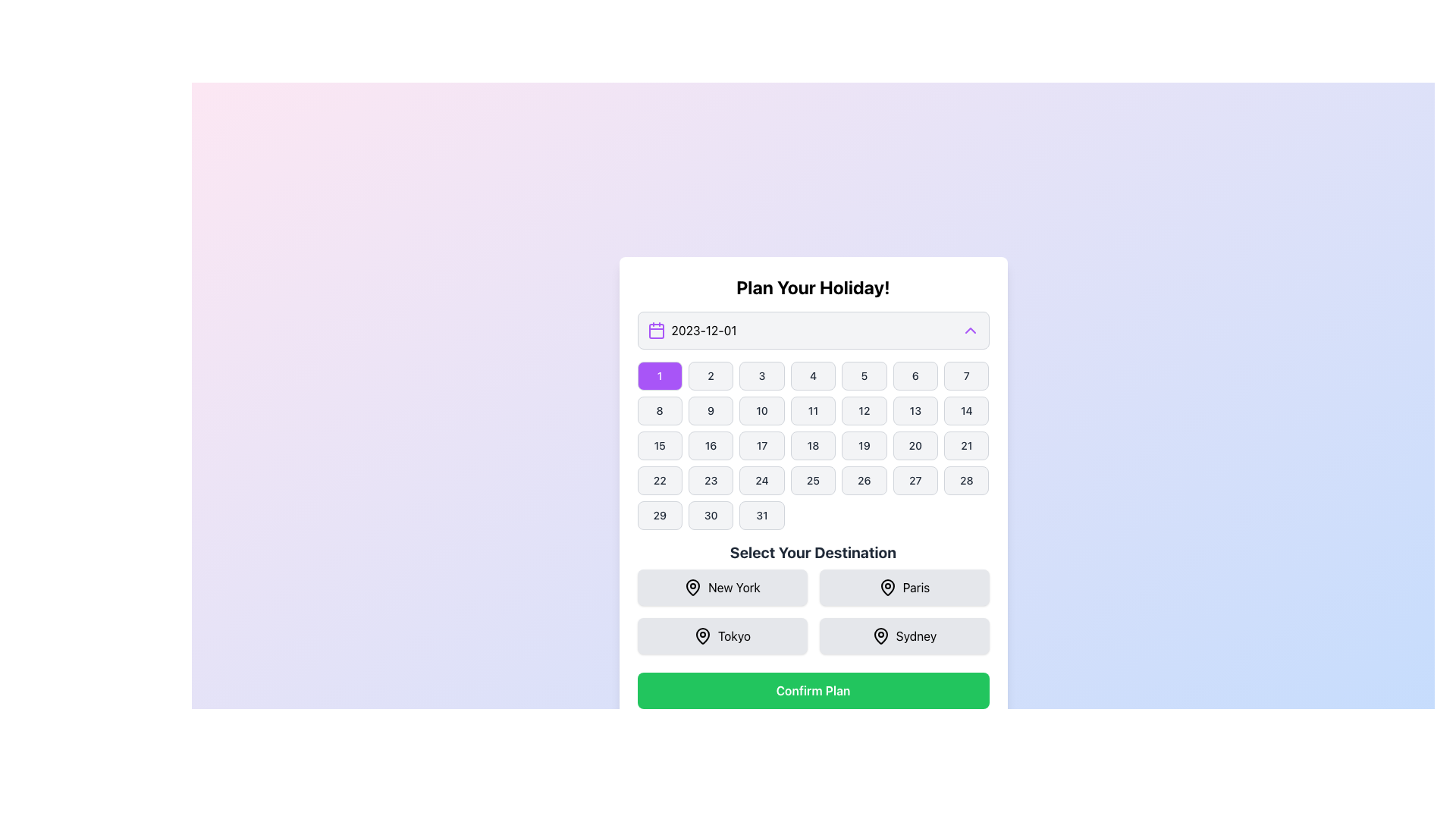 Image resolution: width=1456 pixels, height=819 pixels. Describe the element at coordinates (710, 514) in the screenshot. I see `the button representing the 30th day of the month in the calendar grid, located in the sixth row and second column` at that location.